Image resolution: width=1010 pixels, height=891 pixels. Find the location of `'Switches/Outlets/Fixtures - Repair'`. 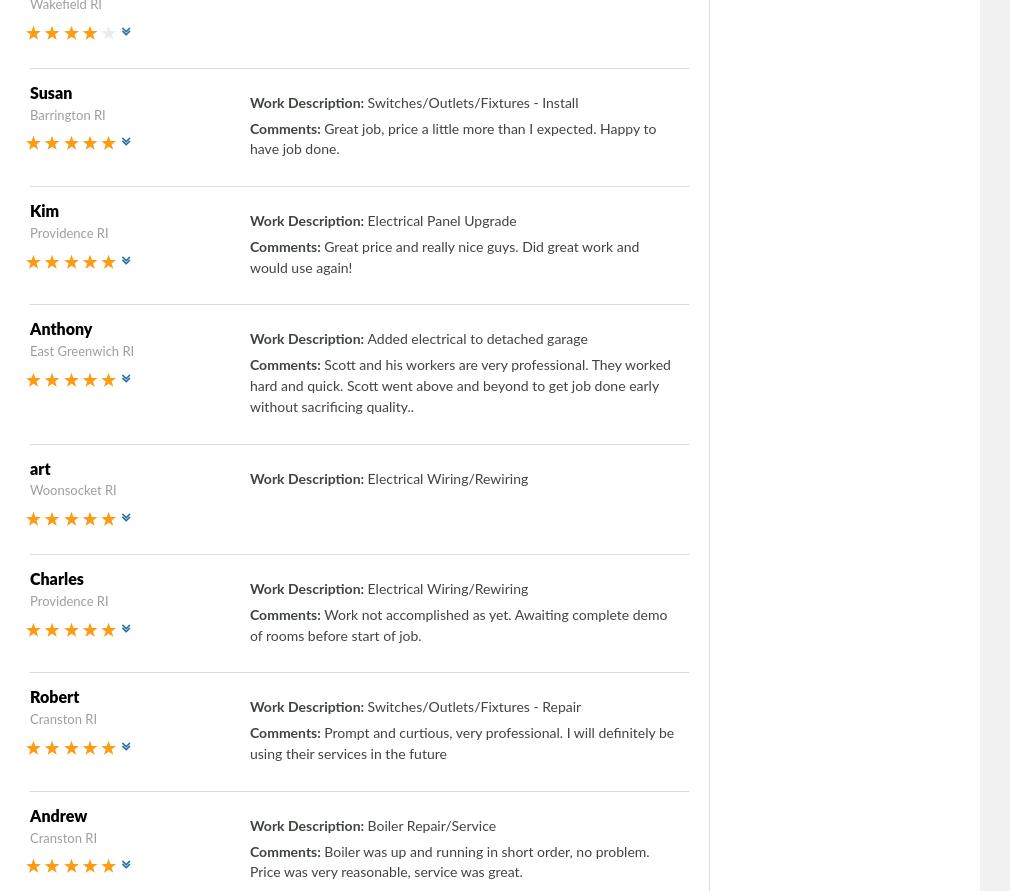

'Switches/Outlets/Fixtures - Repair' is located at coordinates (473, 706).